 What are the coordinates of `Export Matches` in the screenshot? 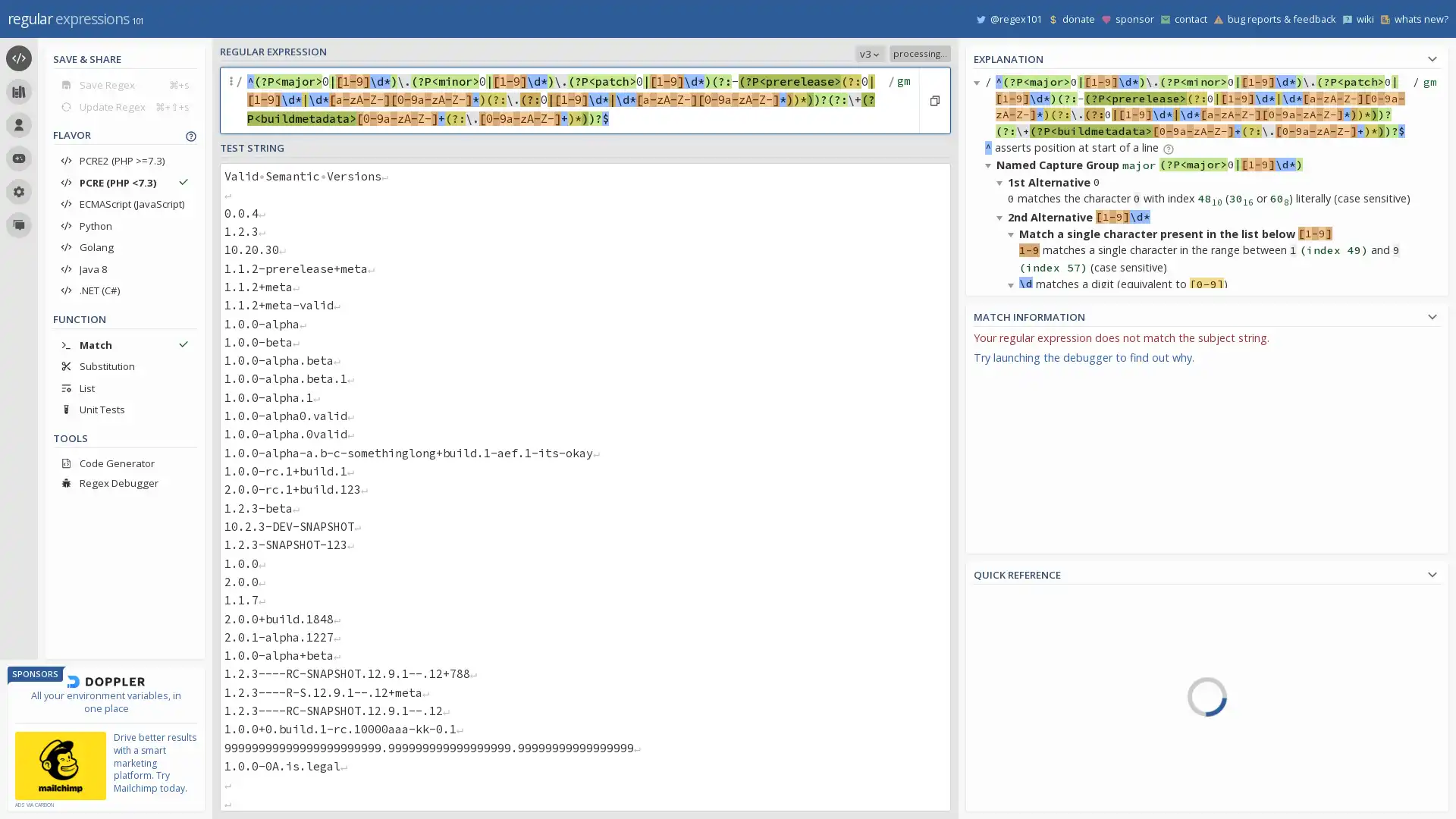 It's located at (1427, 342).